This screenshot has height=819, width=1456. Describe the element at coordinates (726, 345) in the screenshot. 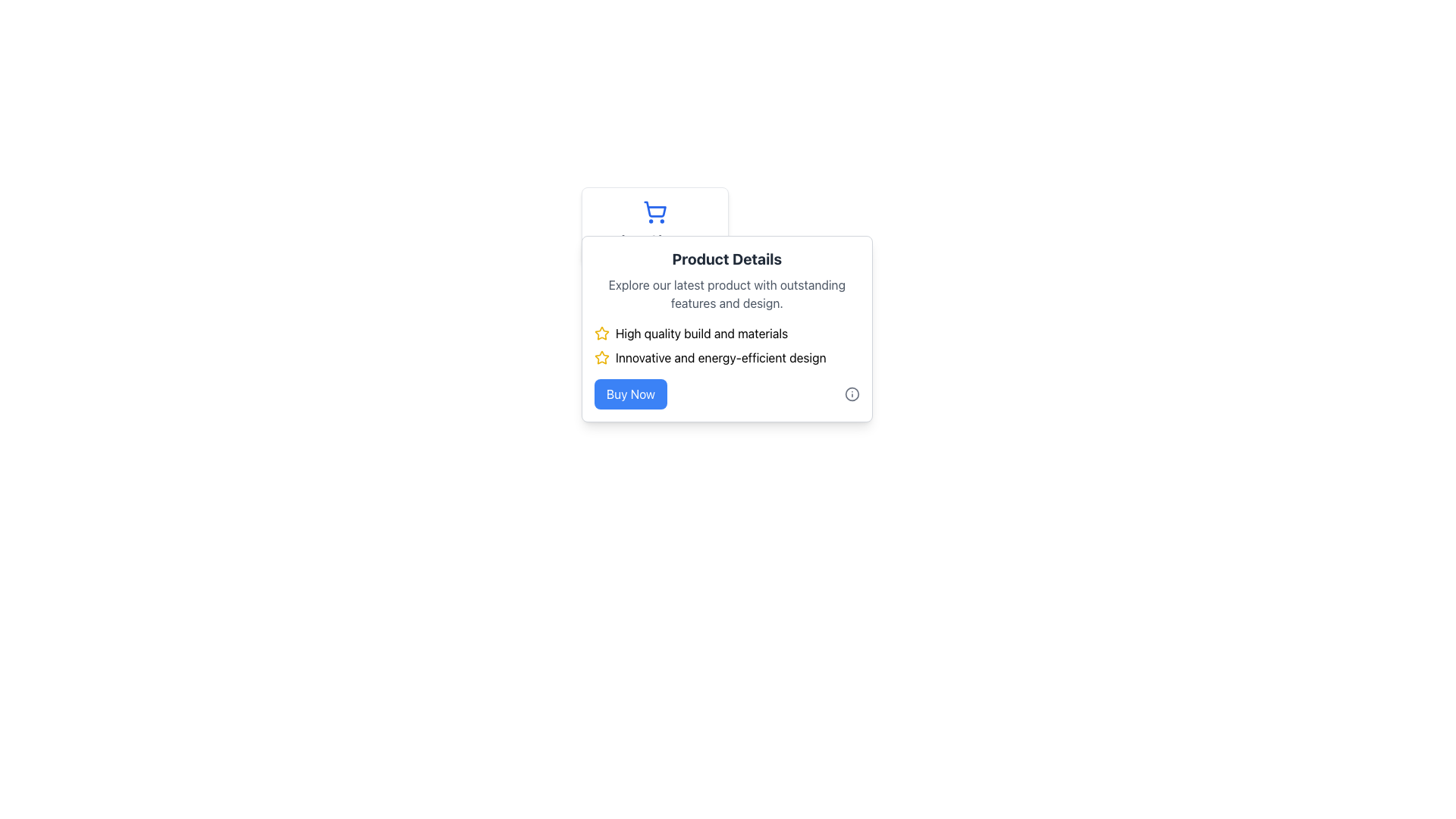

I see `the Text with Icon List containing 'High quality build and materials' and 'Innovative and energy-efficient design', which is located within the 'Product Details' card, positioned below the introductory text and above the 'Buy Now' button` at that location.